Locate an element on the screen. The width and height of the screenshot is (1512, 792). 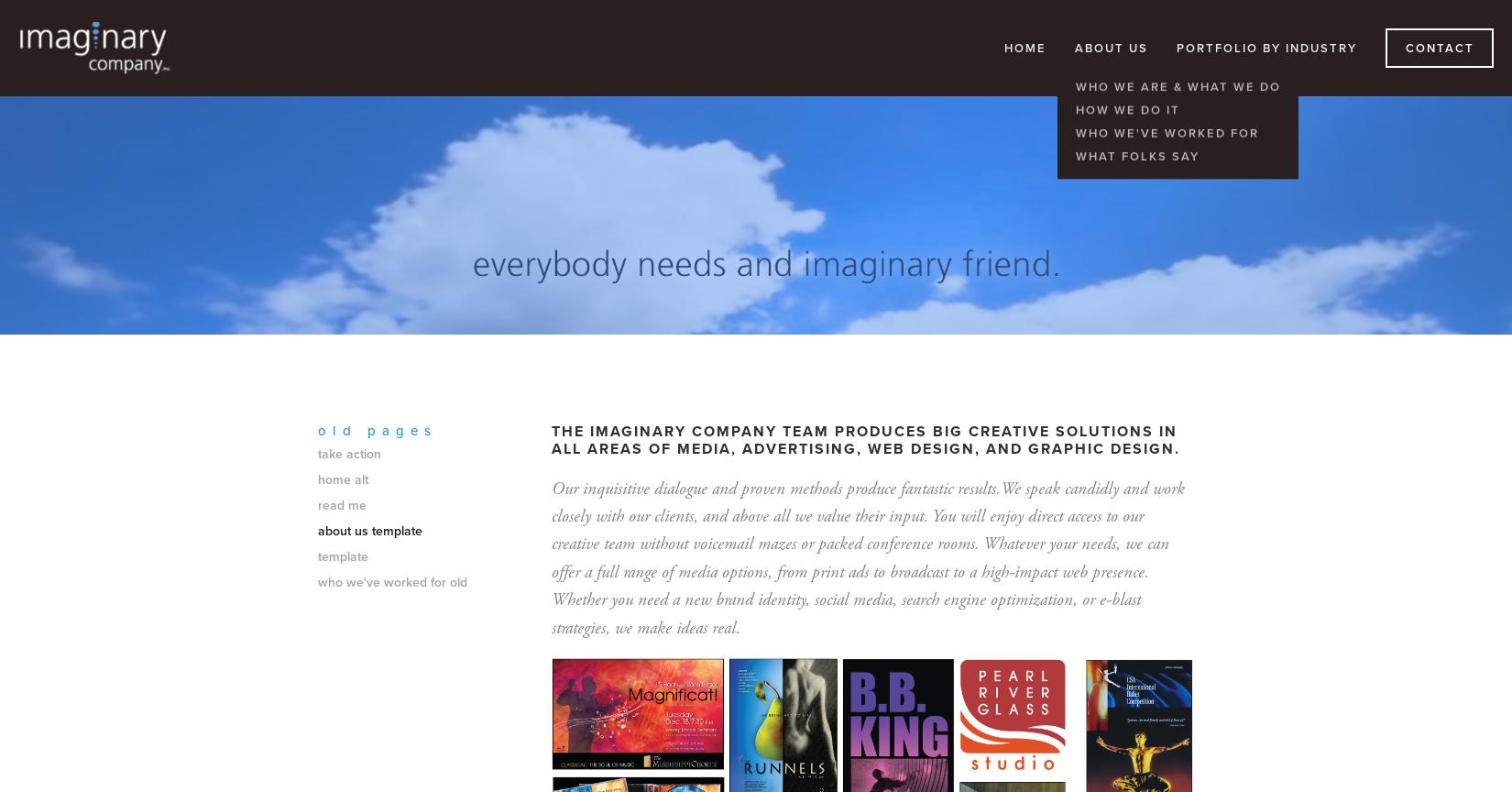
'who we've worked for OLD' is located at coordinates (391, 580).